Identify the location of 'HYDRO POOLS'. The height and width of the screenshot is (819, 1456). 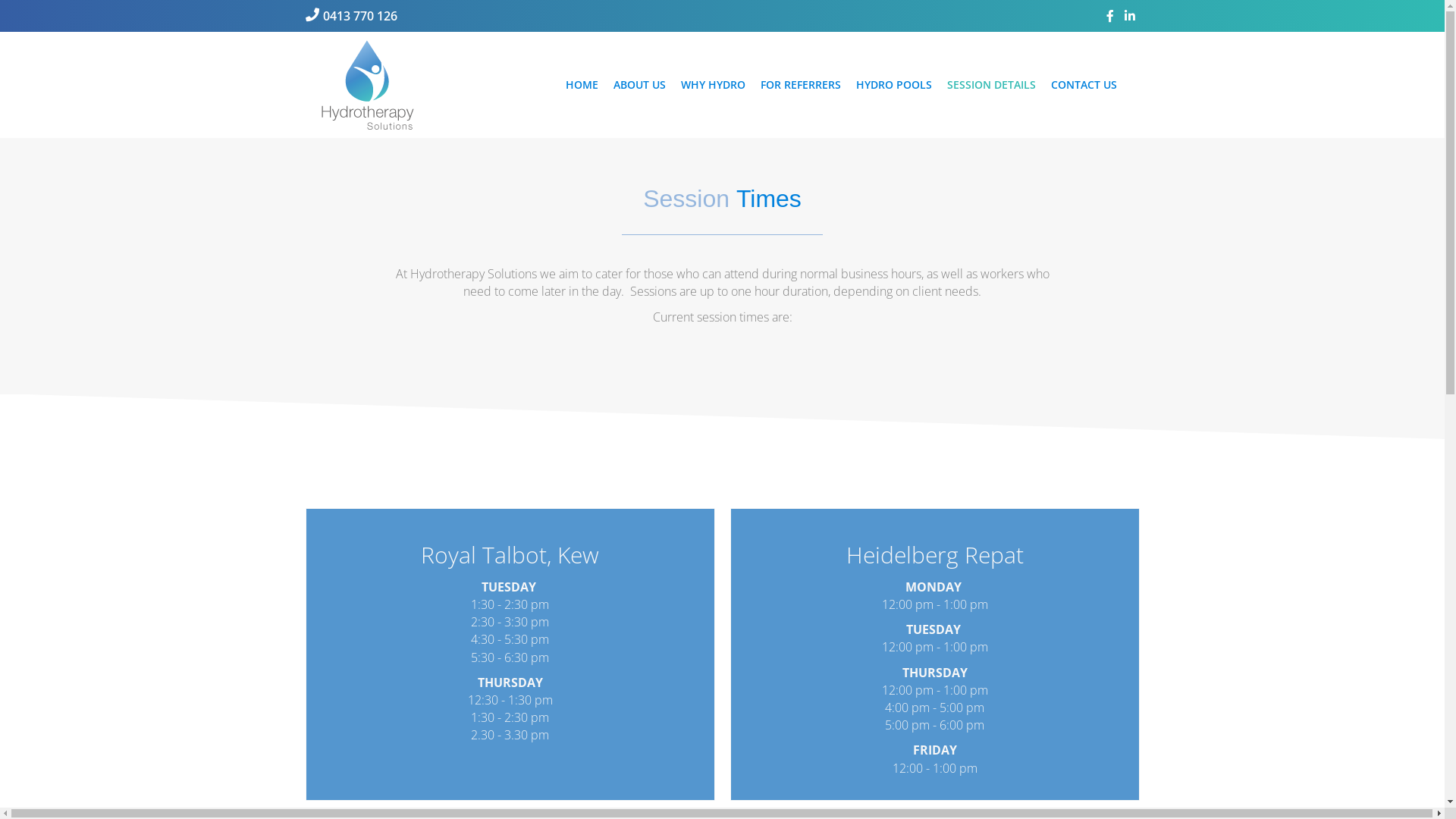
(893, 84).